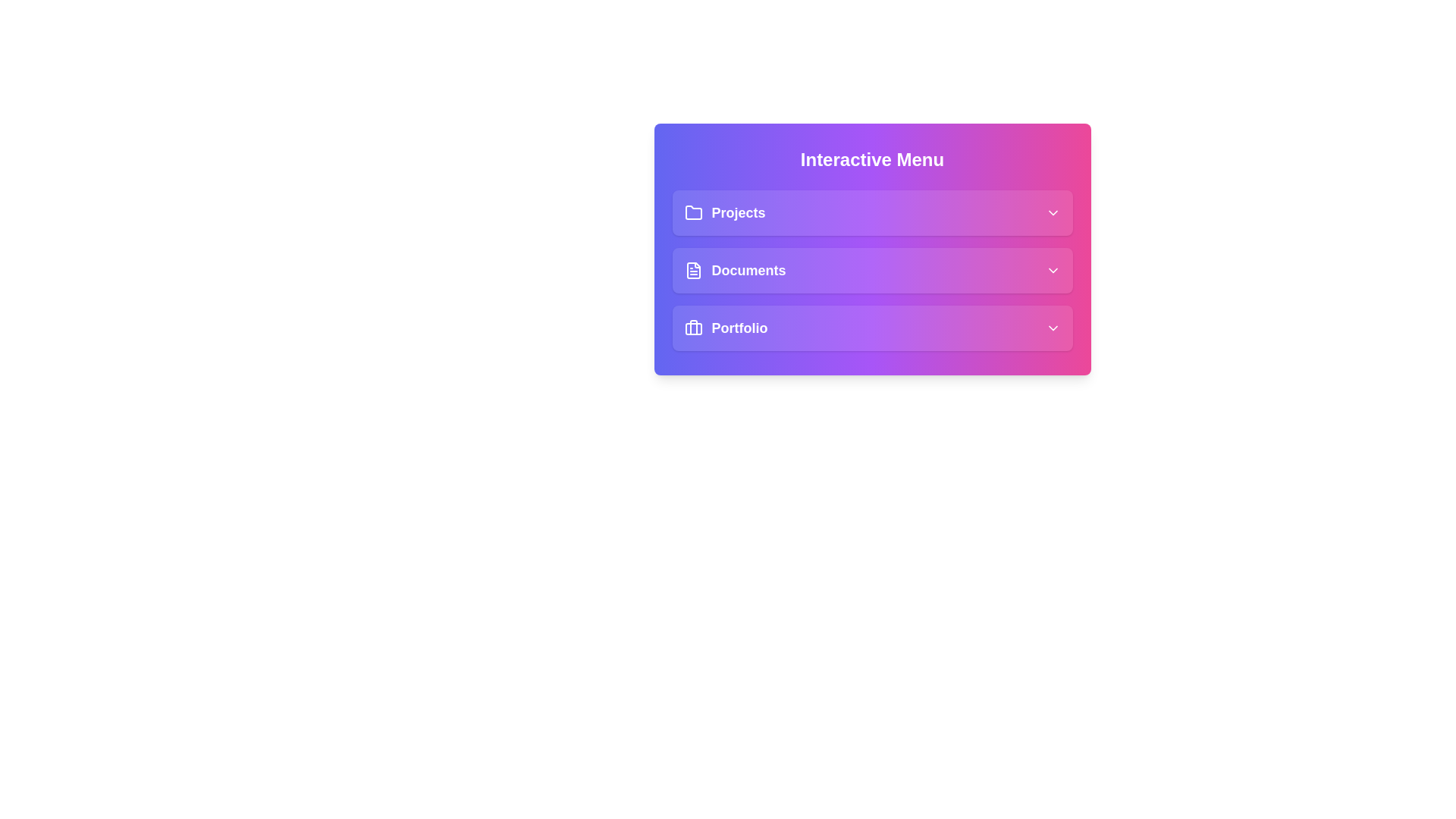 The image size is (1456, 819). What do you see at coordinates (692, 212) in the screenshot?
I see `the folder-shaped vector graphic icon located next to the text 'Projects' in the vertical menu` at bounding box center [692, 212].